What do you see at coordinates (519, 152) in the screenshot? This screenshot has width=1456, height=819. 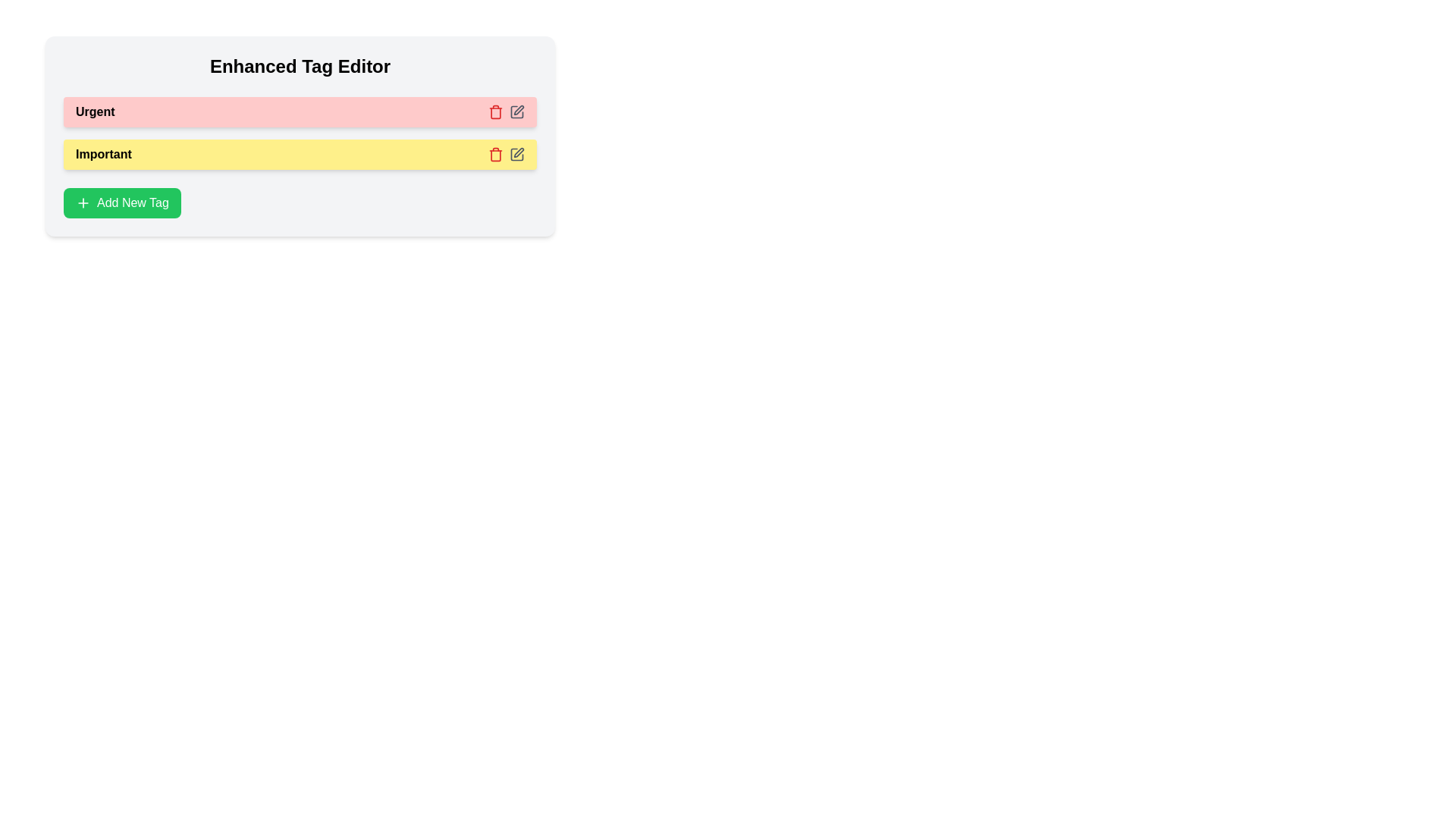 I see `the vector graphic icon located in the top-right corner of the yellow-highlighted 'Important' tag, which indicates editing functionality for the associated tag item` at bounding box center [519, 152].